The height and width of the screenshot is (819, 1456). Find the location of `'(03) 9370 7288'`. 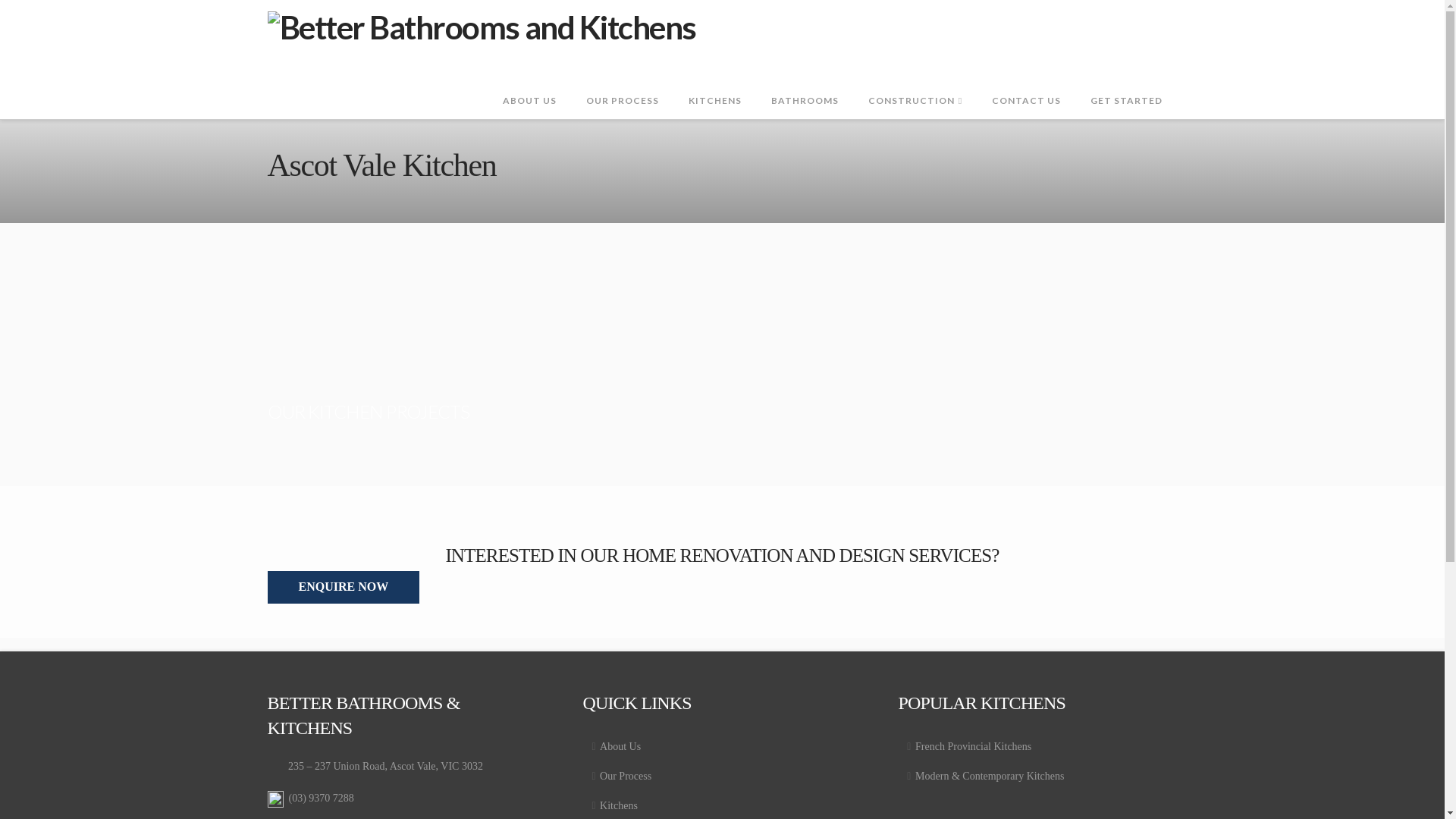

'(03) 9370 7288' is located at coordinates (287, 797).